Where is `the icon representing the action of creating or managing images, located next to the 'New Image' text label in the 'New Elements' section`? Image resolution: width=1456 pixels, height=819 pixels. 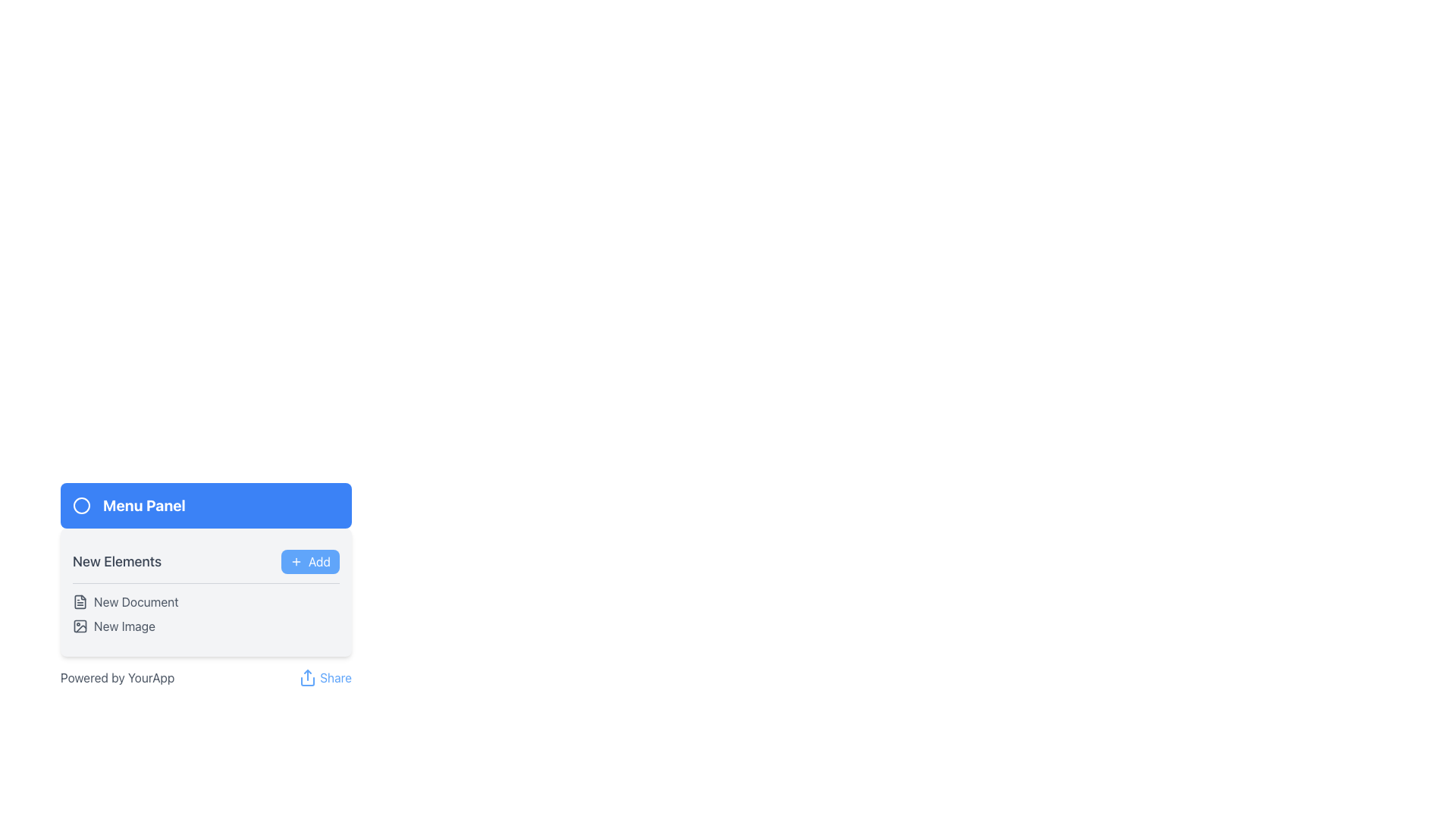 the icon representing the action of creating or managing images, located next to the 'New Image' text label in the 'New Elements' section is located at coordinates (79, 626).